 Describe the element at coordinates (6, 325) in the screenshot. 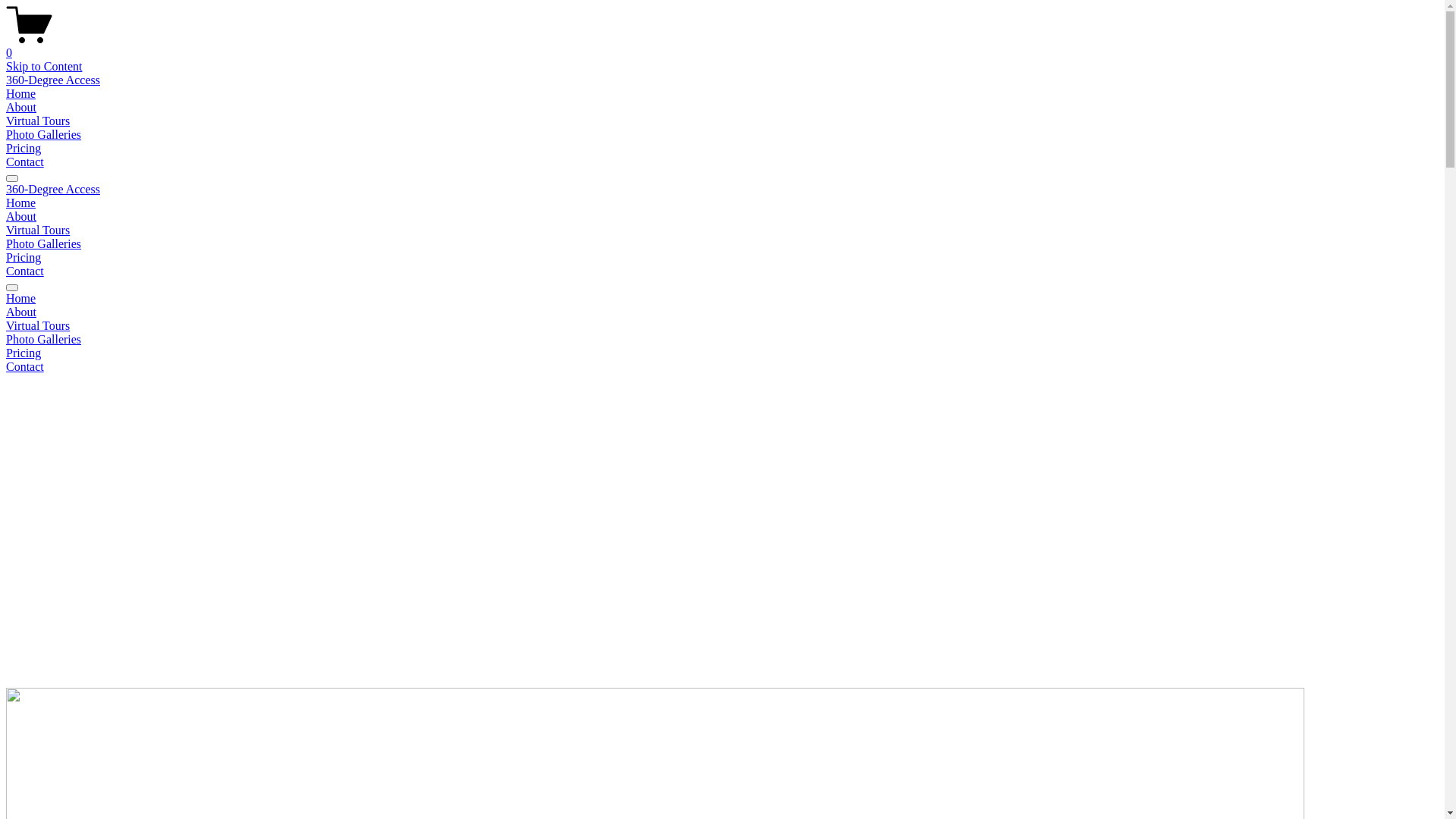

I see `'Virtual Tours'` at that location.